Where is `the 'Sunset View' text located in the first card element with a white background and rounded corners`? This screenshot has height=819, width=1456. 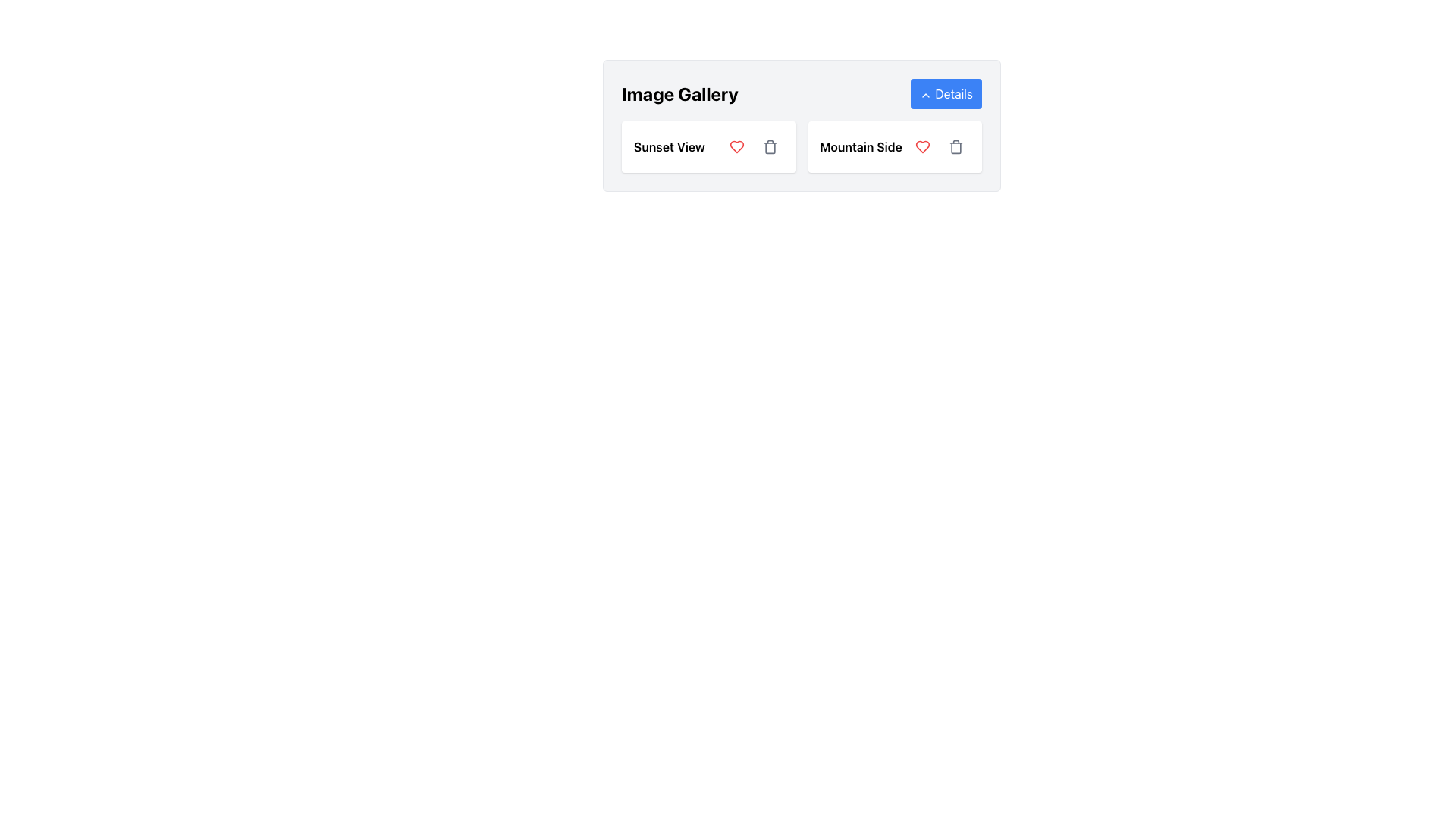
the 'Sunset View' text located in the first card element with a white background and rounded corners is located at coordinates (708, 146).